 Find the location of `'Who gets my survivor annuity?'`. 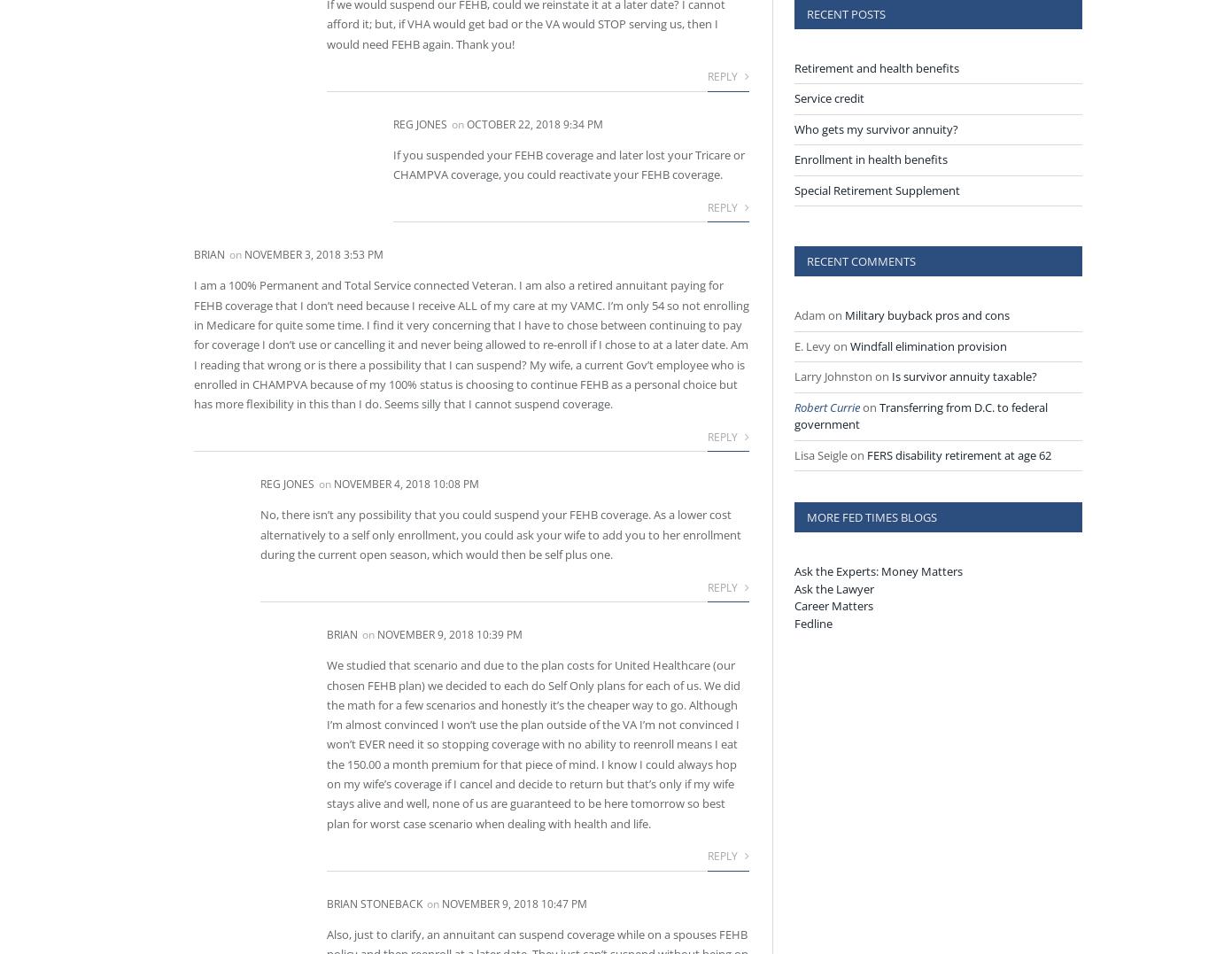

'Who gets my survivor annuity?' is located at coordinates (876, 128).